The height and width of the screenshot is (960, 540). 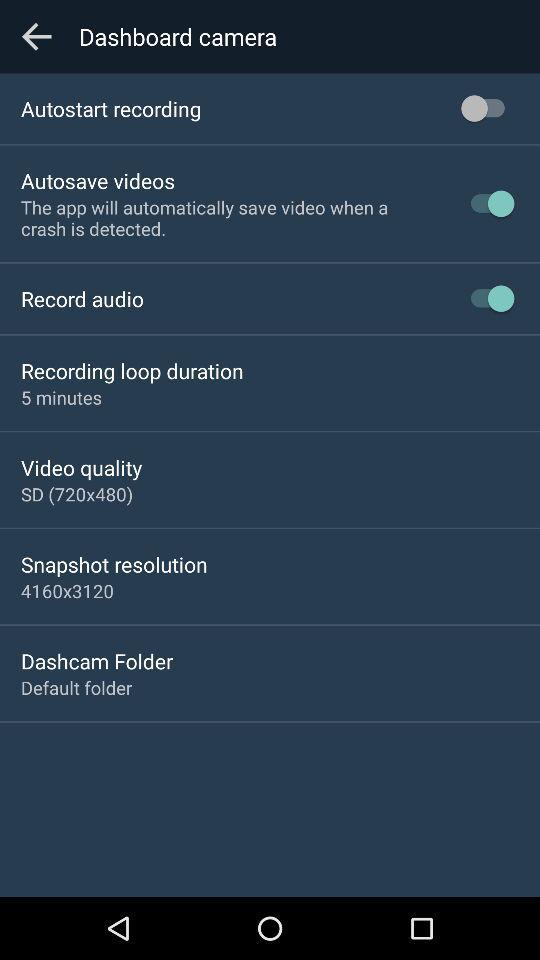 I want to click on record audio app, so click(x=81, y=297).